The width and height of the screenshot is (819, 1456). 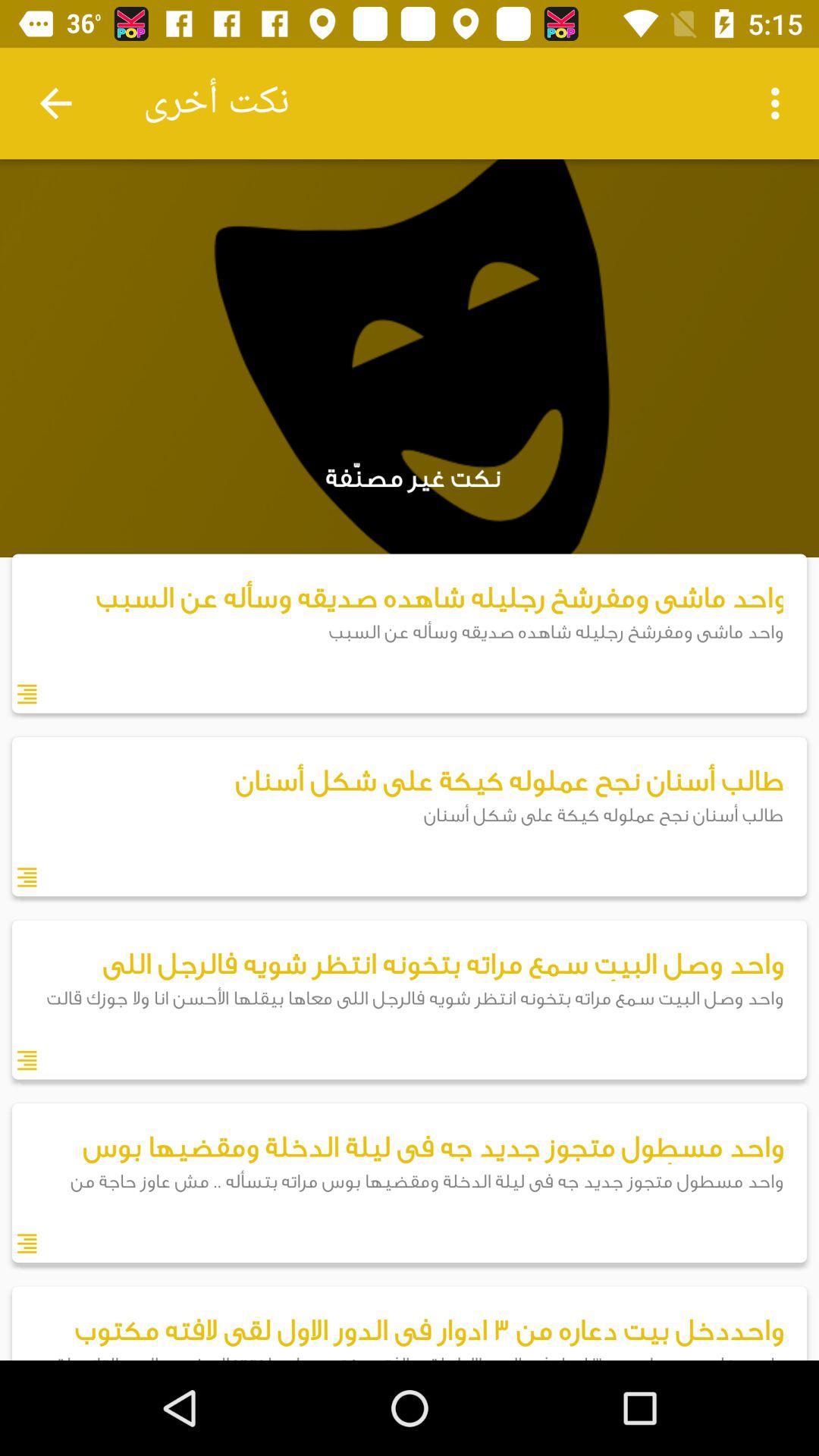 What do you see at coordinates (779, 102) in the screenshot?
I see `item at the top right corner` at bounding box center [779, 102].